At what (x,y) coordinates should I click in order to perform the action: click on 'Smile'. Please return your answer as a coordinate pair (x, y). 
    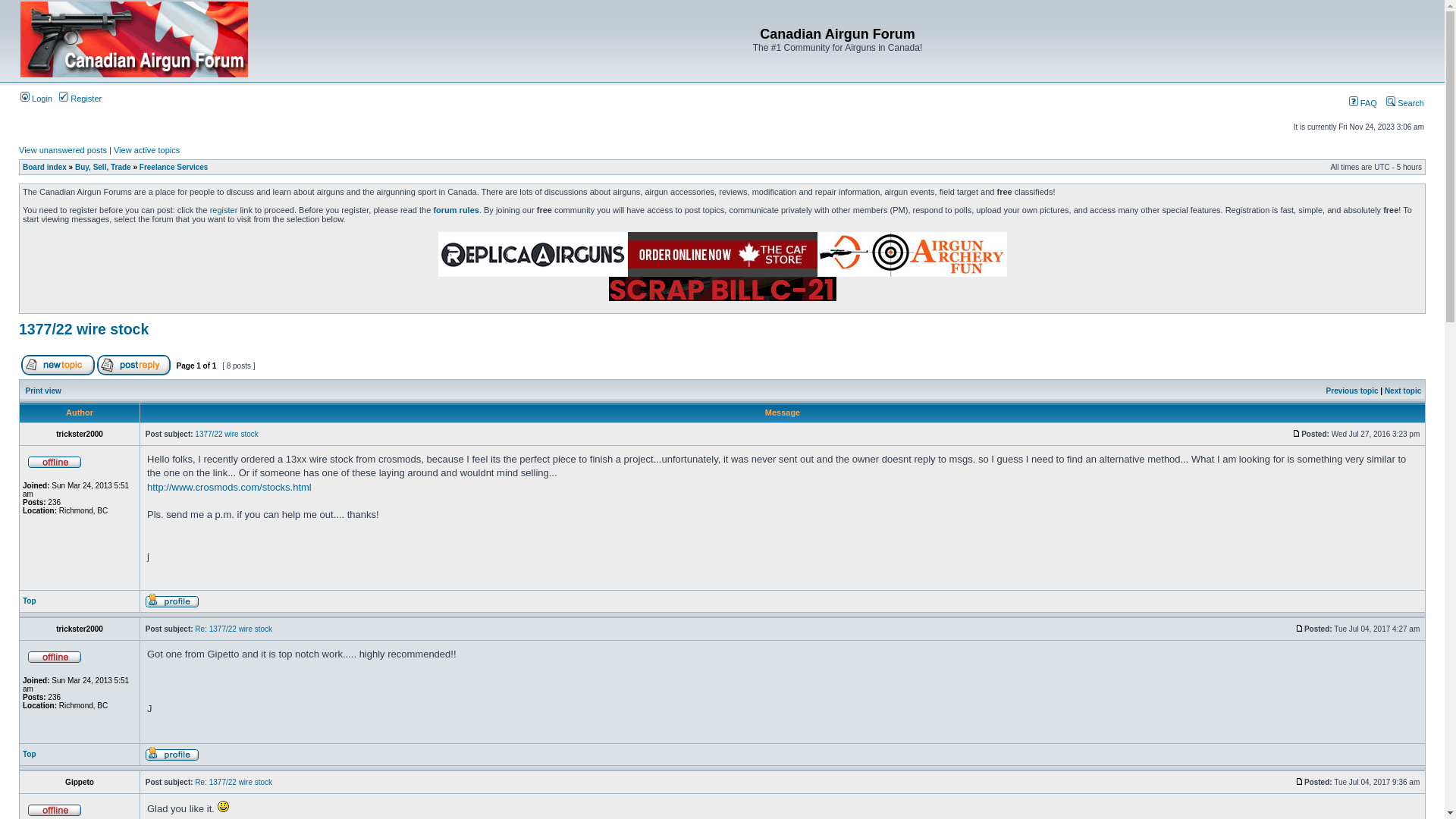
    Looking at the image, I should click on (221, 805).